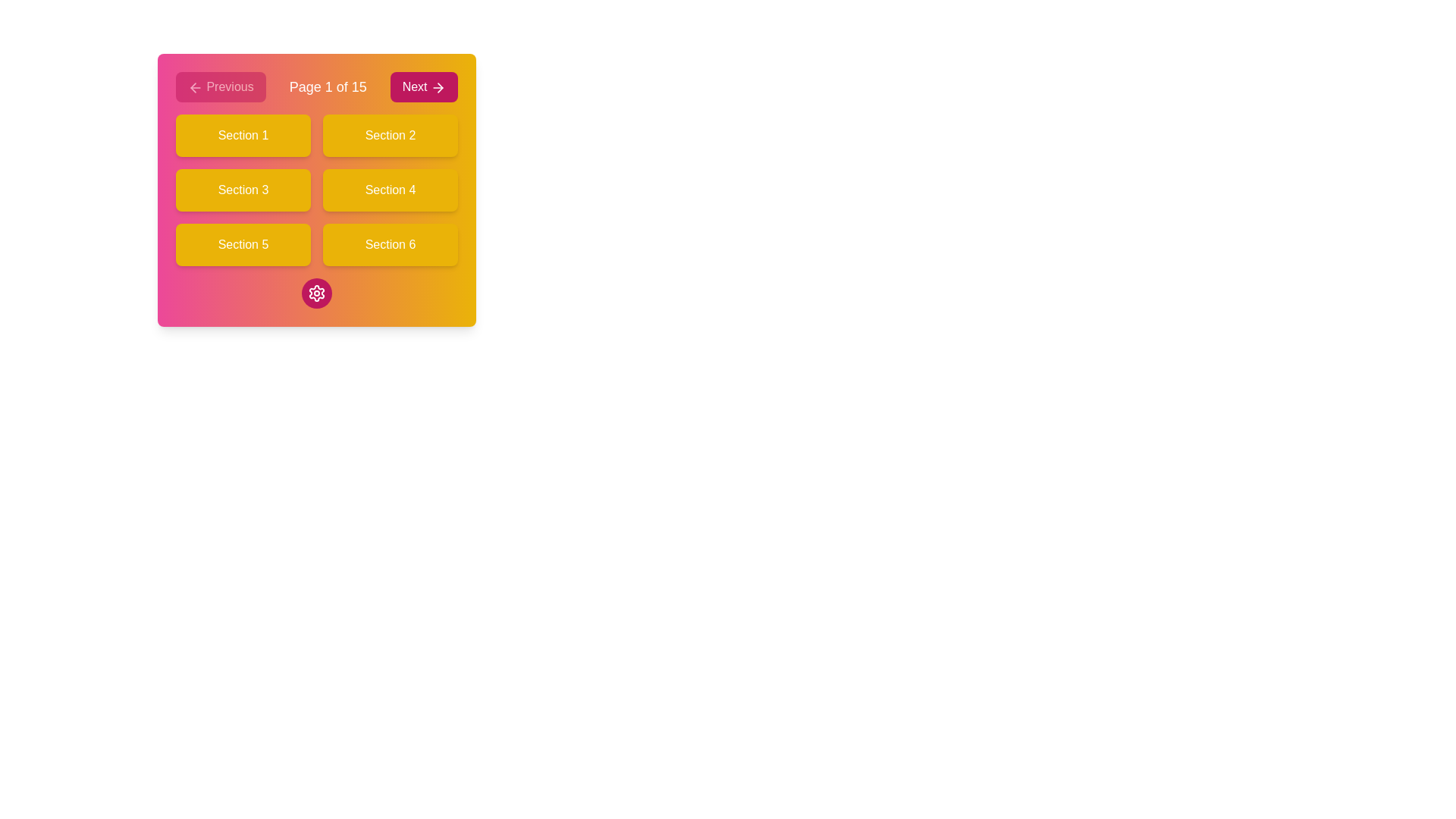 The height and width of the screenshot is (819, 1456). Describe the element at coordinates (315, 293) in the screenshot. I see `the settings icon button located at the center bottom of the interface` at that location.